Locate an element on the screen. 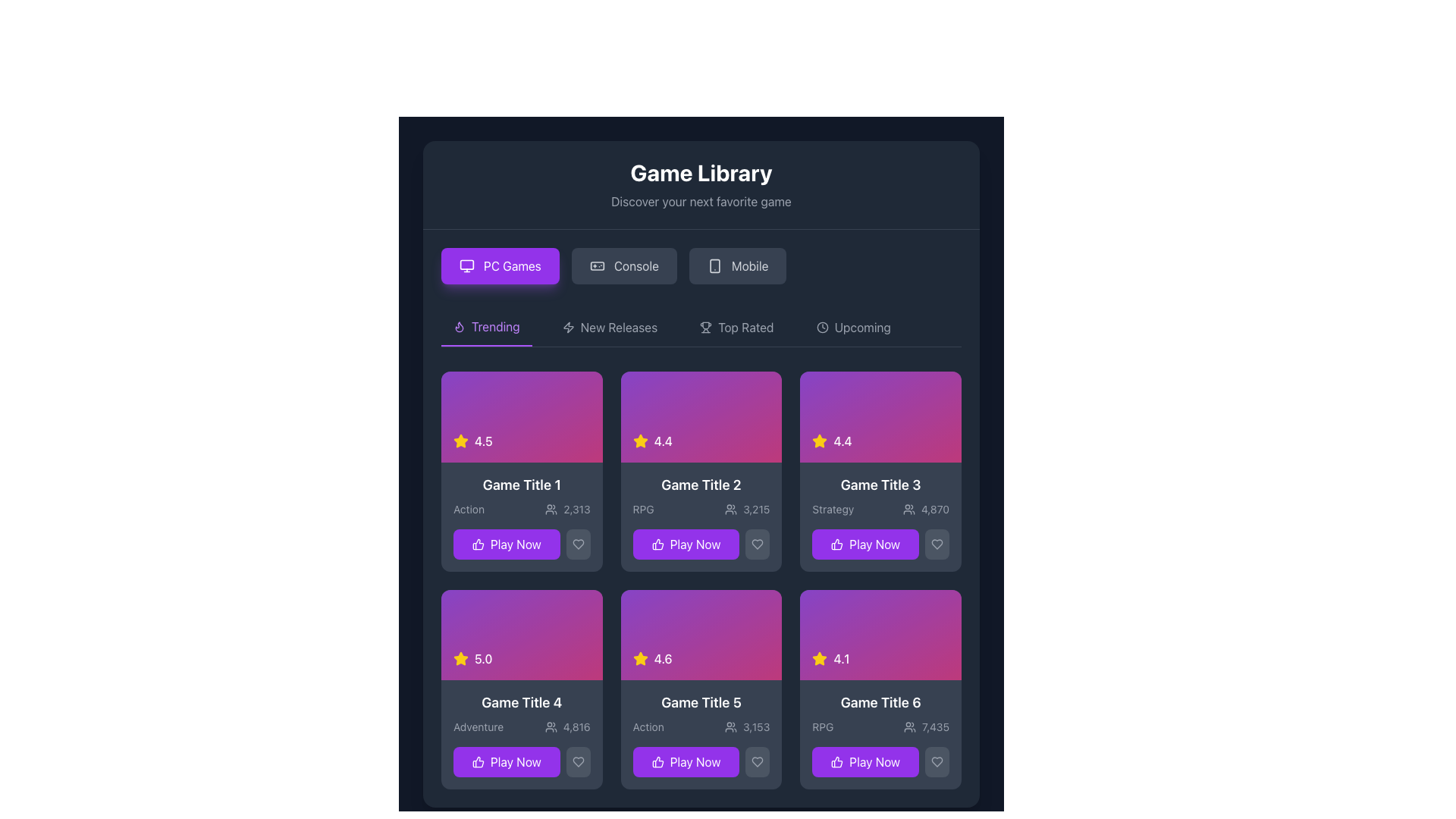  the call-to-action button located at the lower section of the card for 'Game Title 3' in the Trending tab to initiate gameplay is located at coordinates (880, 543).